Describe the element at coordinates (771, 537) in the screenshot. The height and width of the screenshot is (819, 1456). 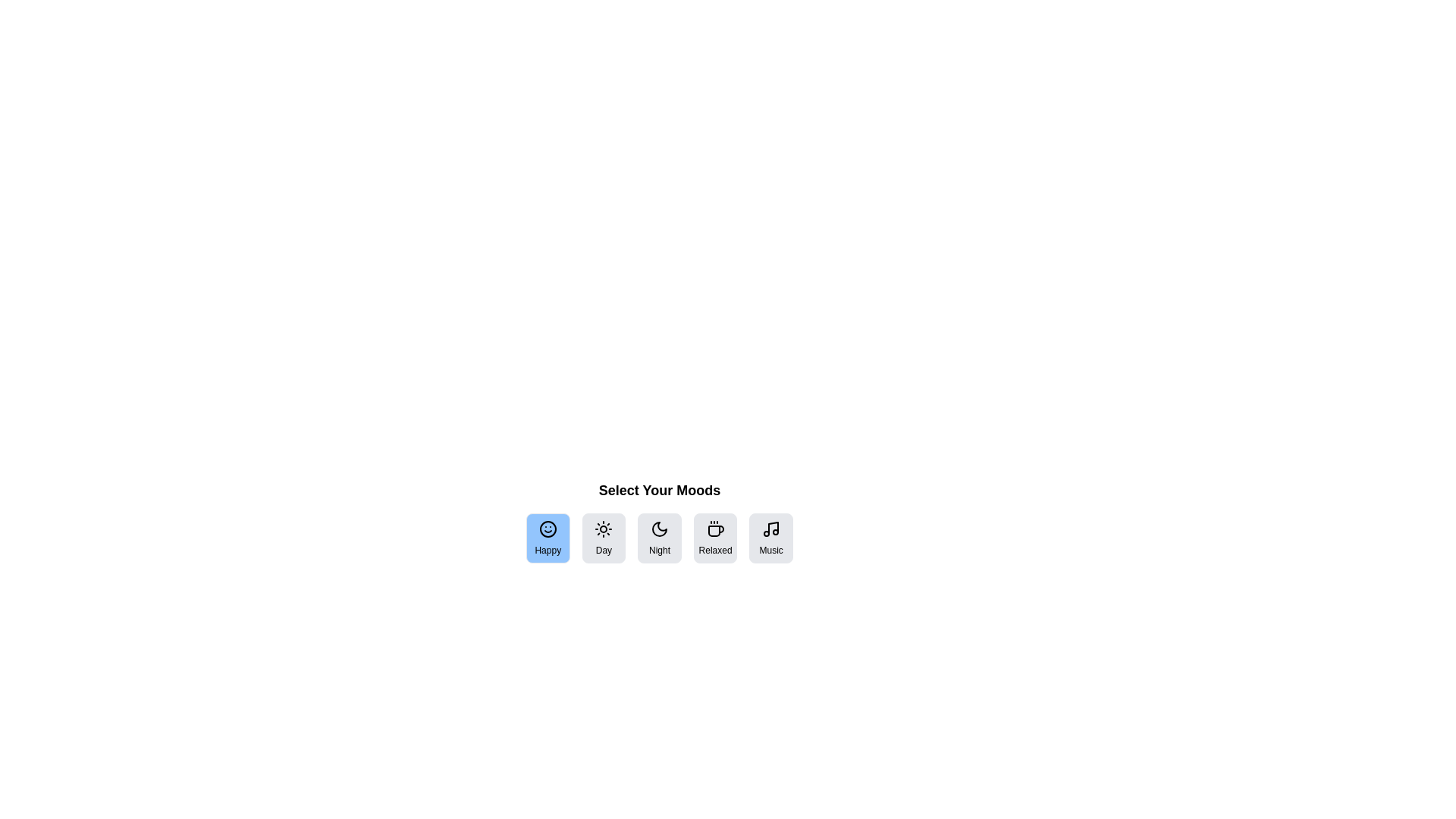
I see `the 'Music' mood button located in the bottom-right section of the interface` at that location.